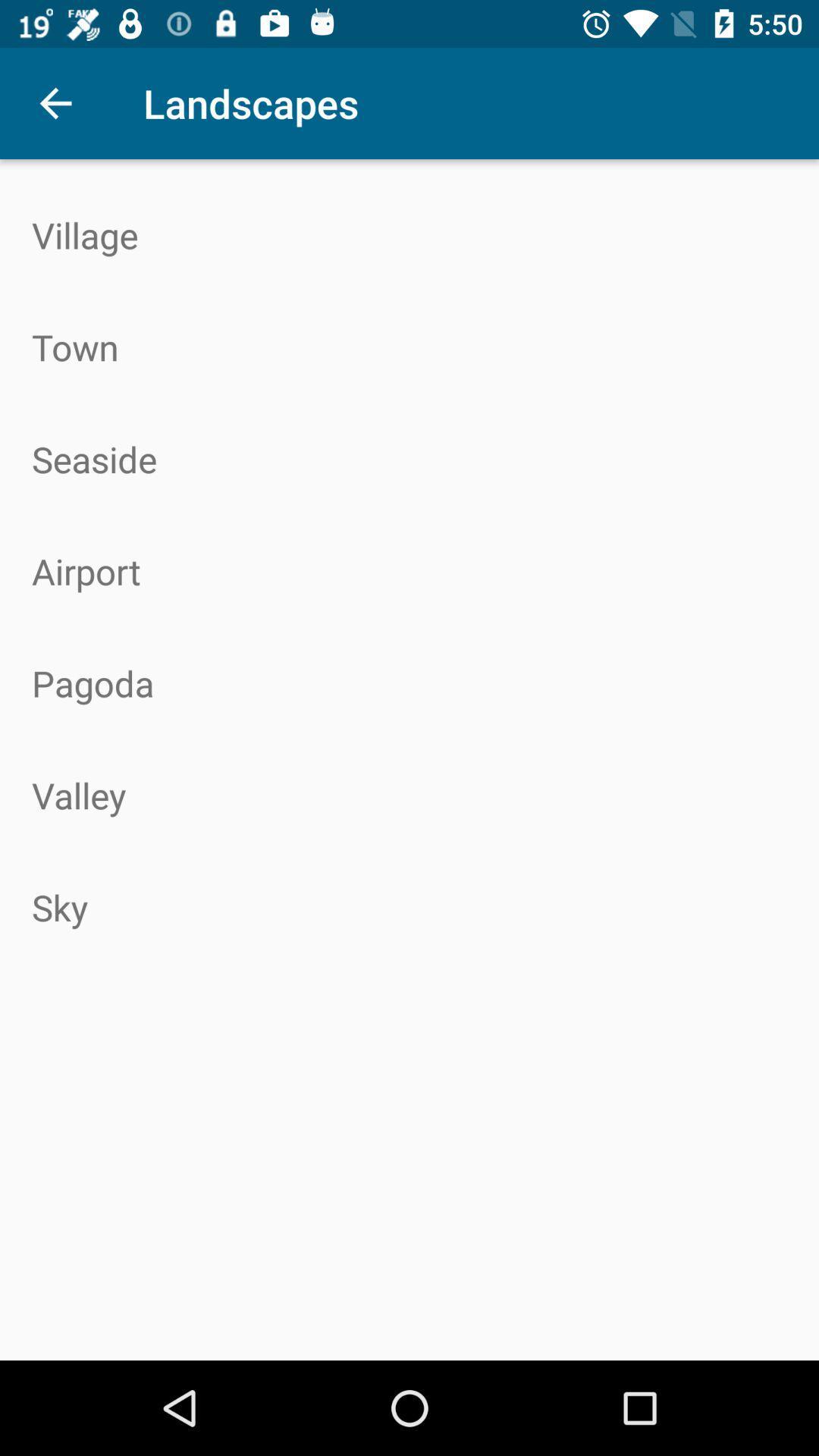 Image resolution: width=819 pixels, height=1456 pixels. Describe the element at coordinates (409, 570) in the screenshot. I see `icon below seaside` at that location.